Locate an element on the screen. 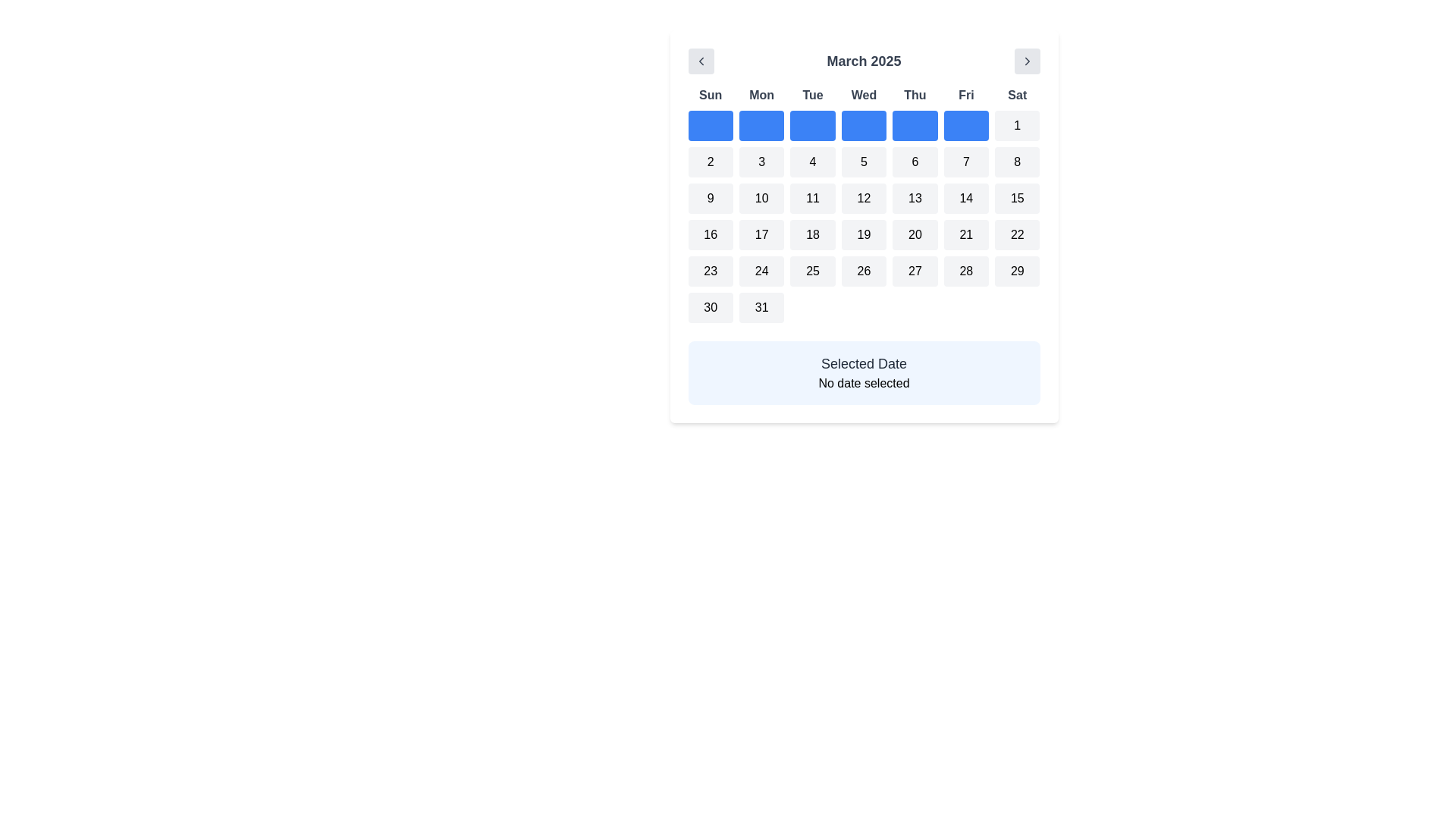 The height and width of the screenshot is (819, 1456). the Interactive Button in the calendar grid is located at coordinates (761, 307).